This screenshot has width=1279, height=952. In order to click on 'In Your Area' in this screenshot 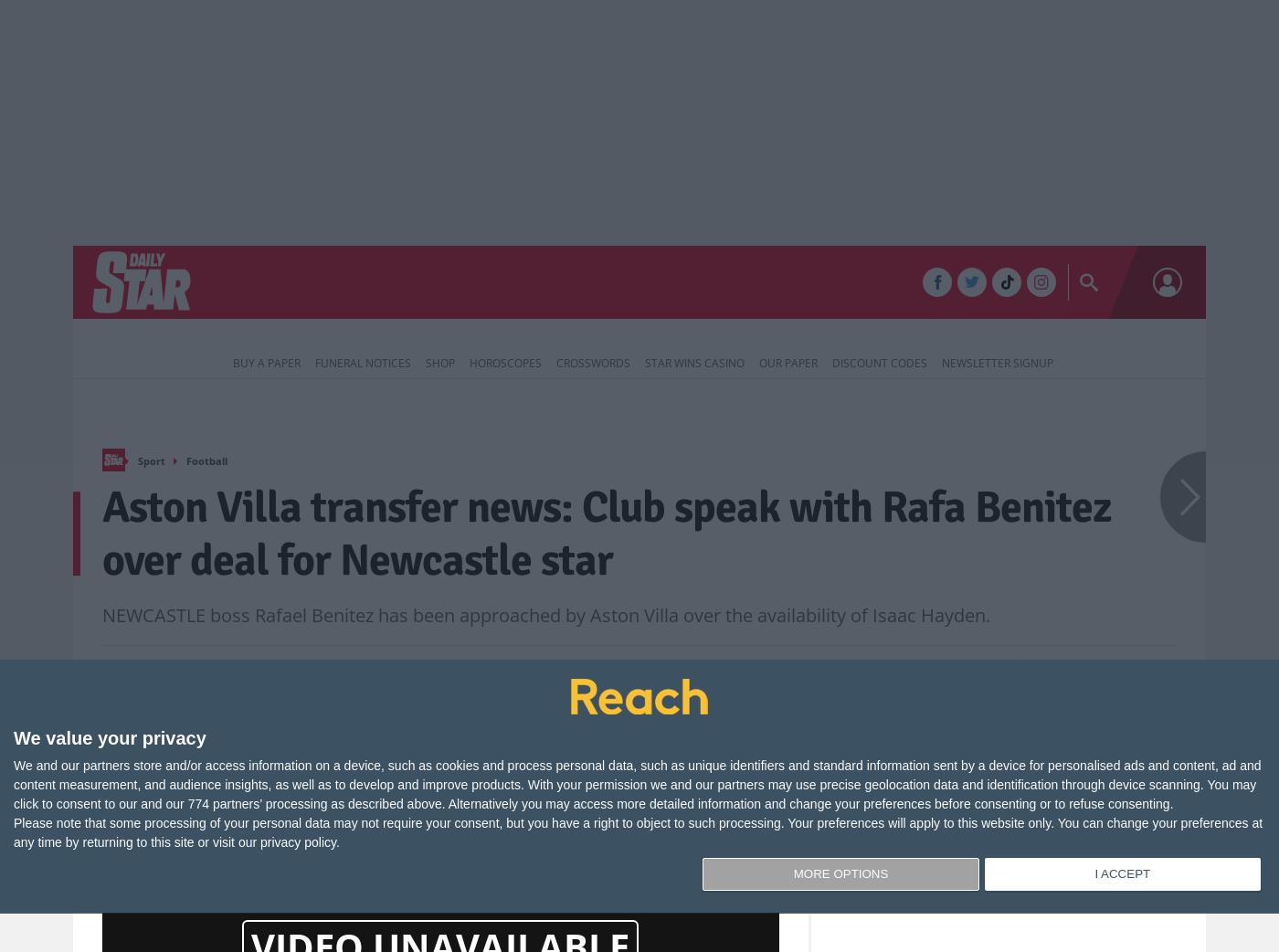, I will do `click(722, 284)`.